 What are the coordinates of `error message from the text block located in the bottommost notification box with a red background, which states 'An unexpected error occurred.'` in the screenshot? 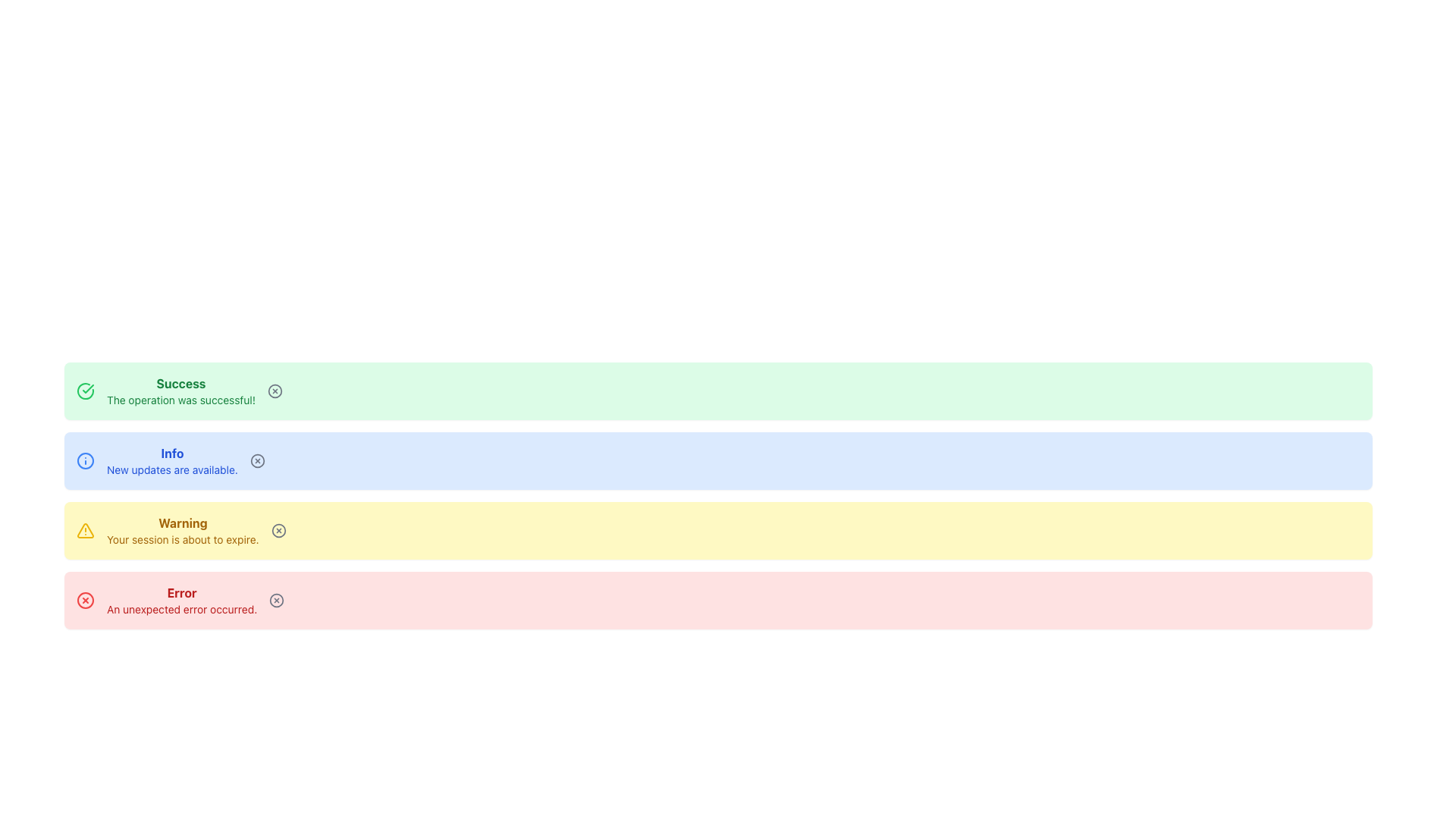 It's located at (182, 599).